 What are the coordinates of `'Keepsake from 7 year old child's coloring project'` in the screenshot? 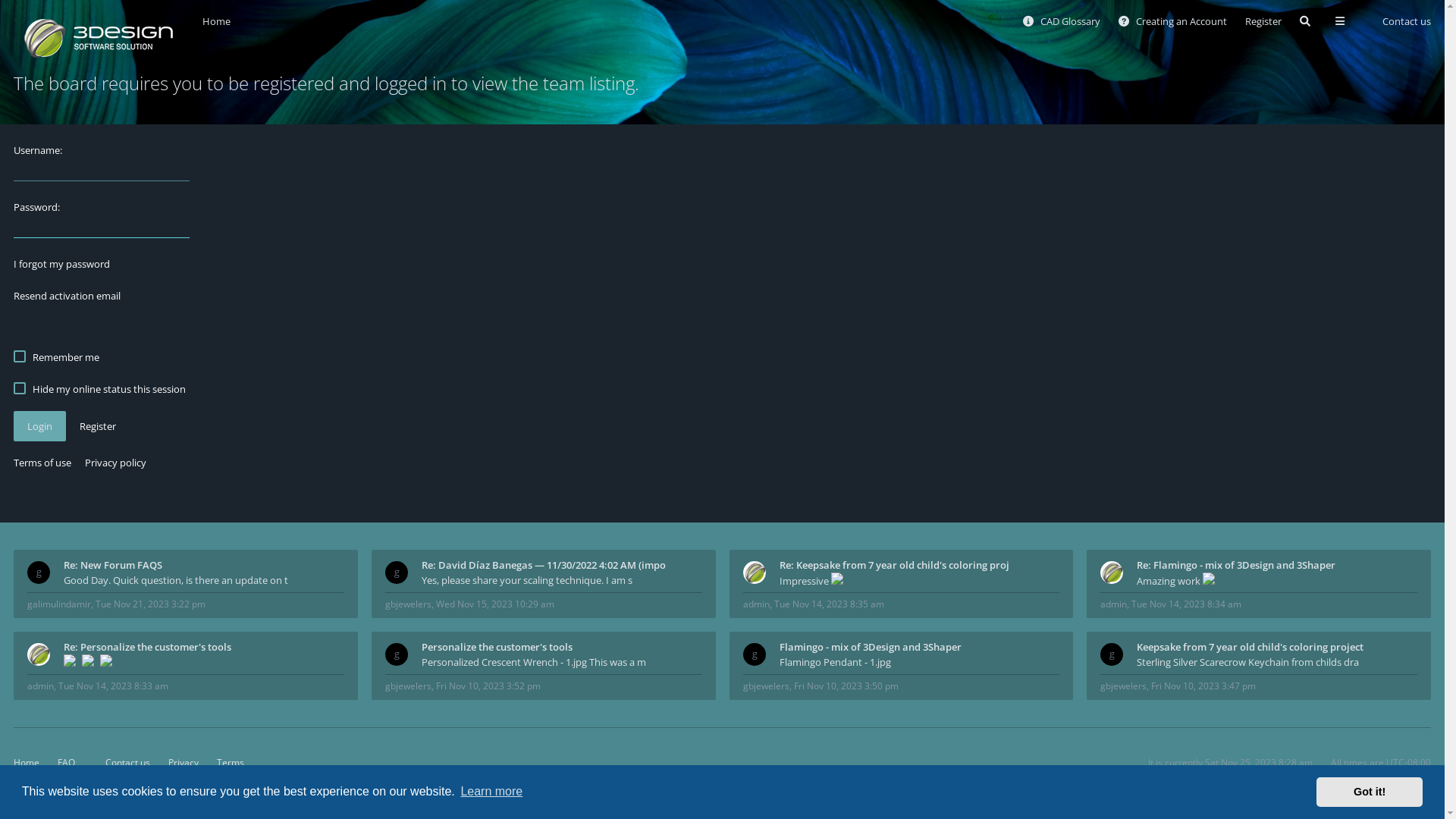 It's located at (1276, 646).